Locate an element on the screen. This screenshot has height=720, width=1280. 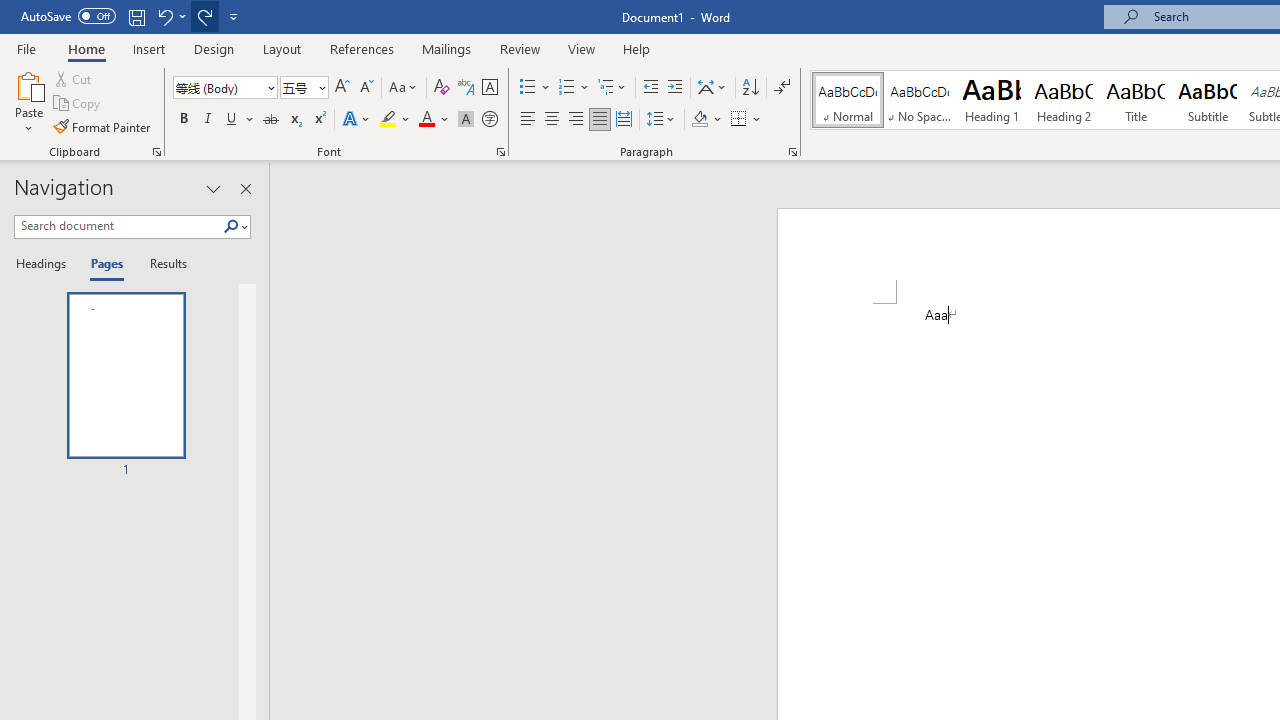
'Heading 2' is located at coordinates (1062, 100).